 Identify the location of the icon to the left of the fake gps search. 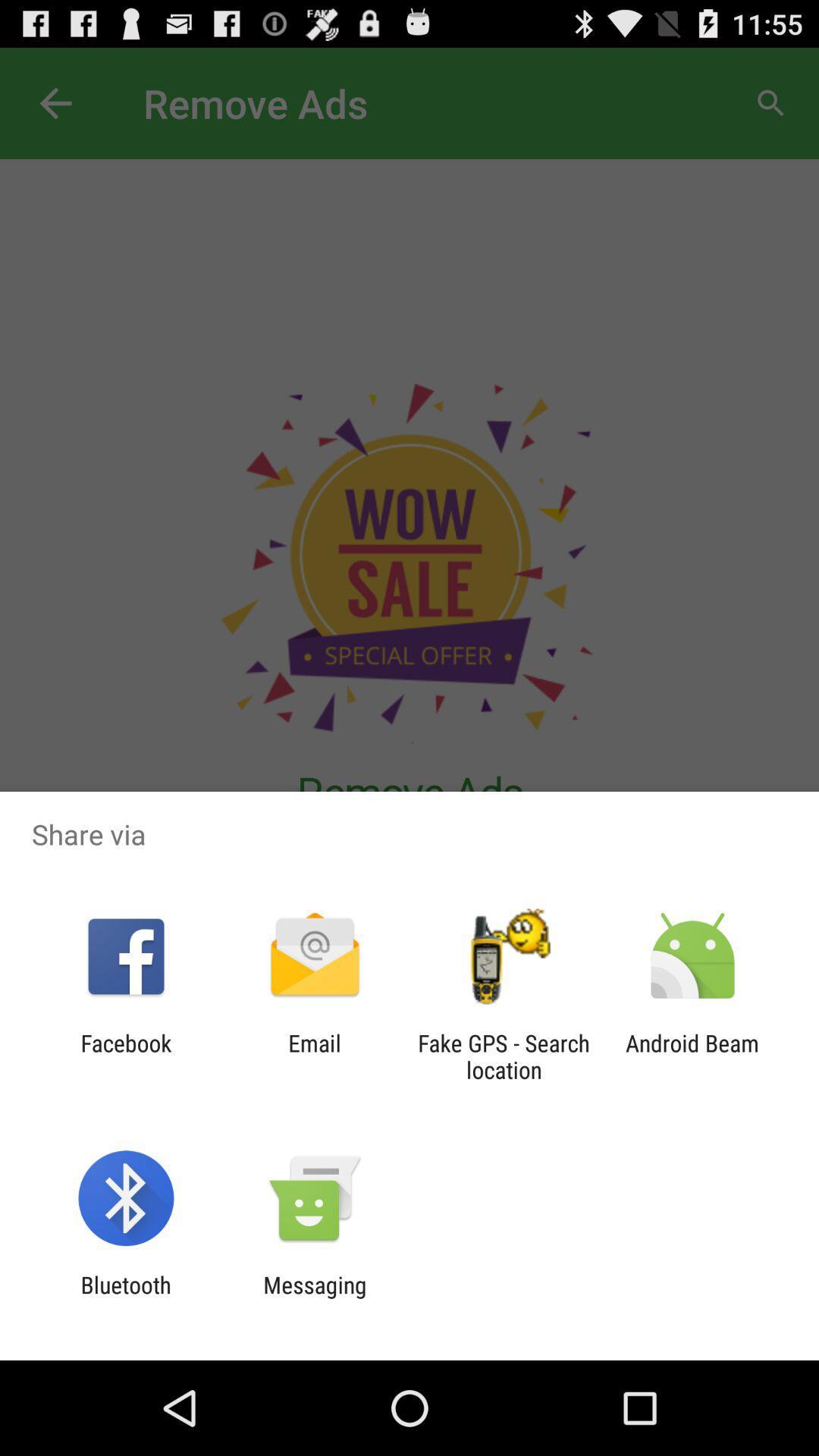
(314, 1056).